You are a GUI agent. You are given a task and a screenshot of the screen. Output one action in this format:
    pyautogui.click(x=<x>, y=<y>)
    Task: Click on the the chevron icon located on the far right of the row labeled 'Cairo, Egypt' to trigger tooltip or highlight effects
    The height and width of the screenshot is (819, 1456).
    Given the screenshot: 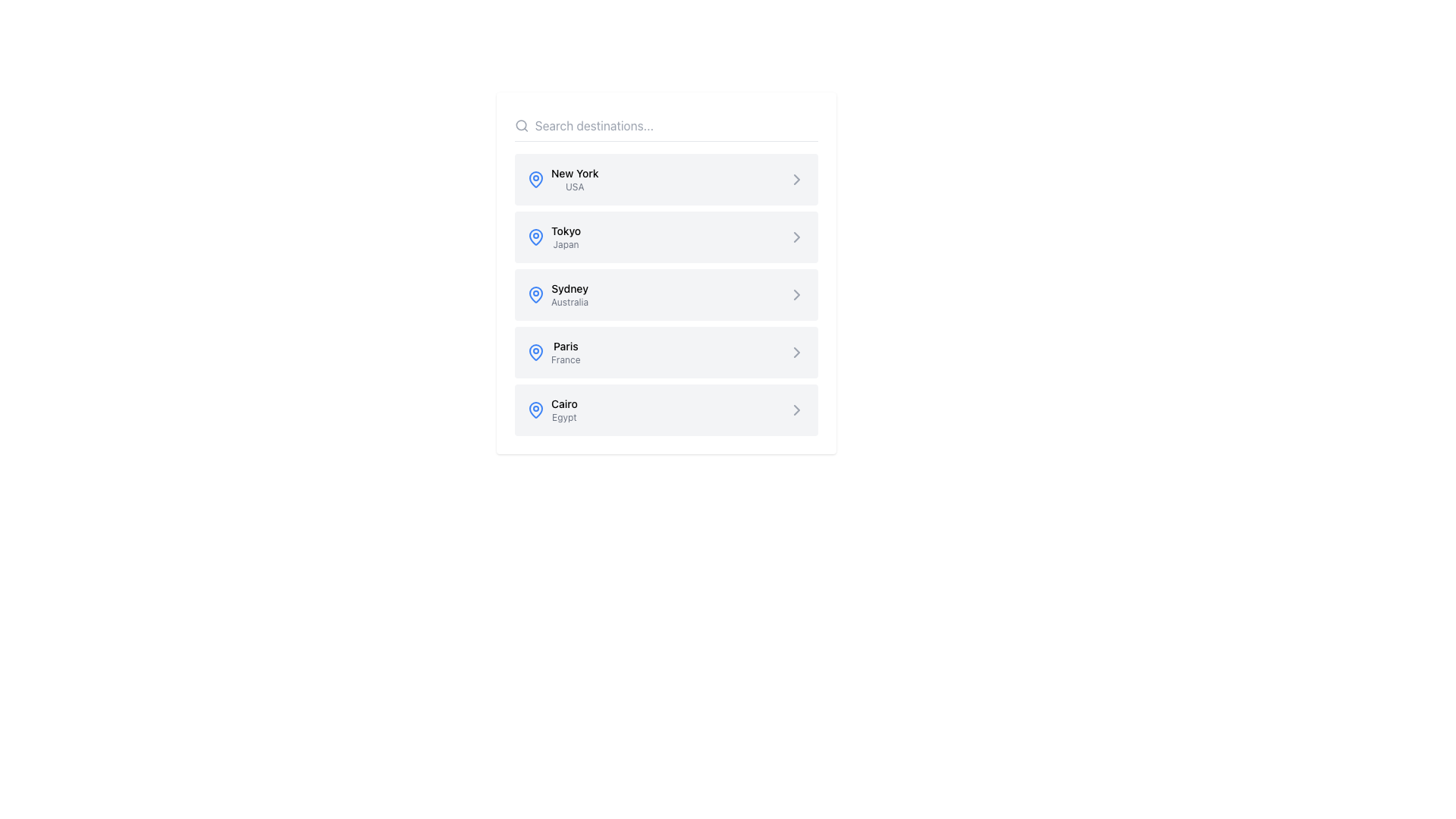 What is the action you would take?
    pyautogui.click(x=796, y=409)
    